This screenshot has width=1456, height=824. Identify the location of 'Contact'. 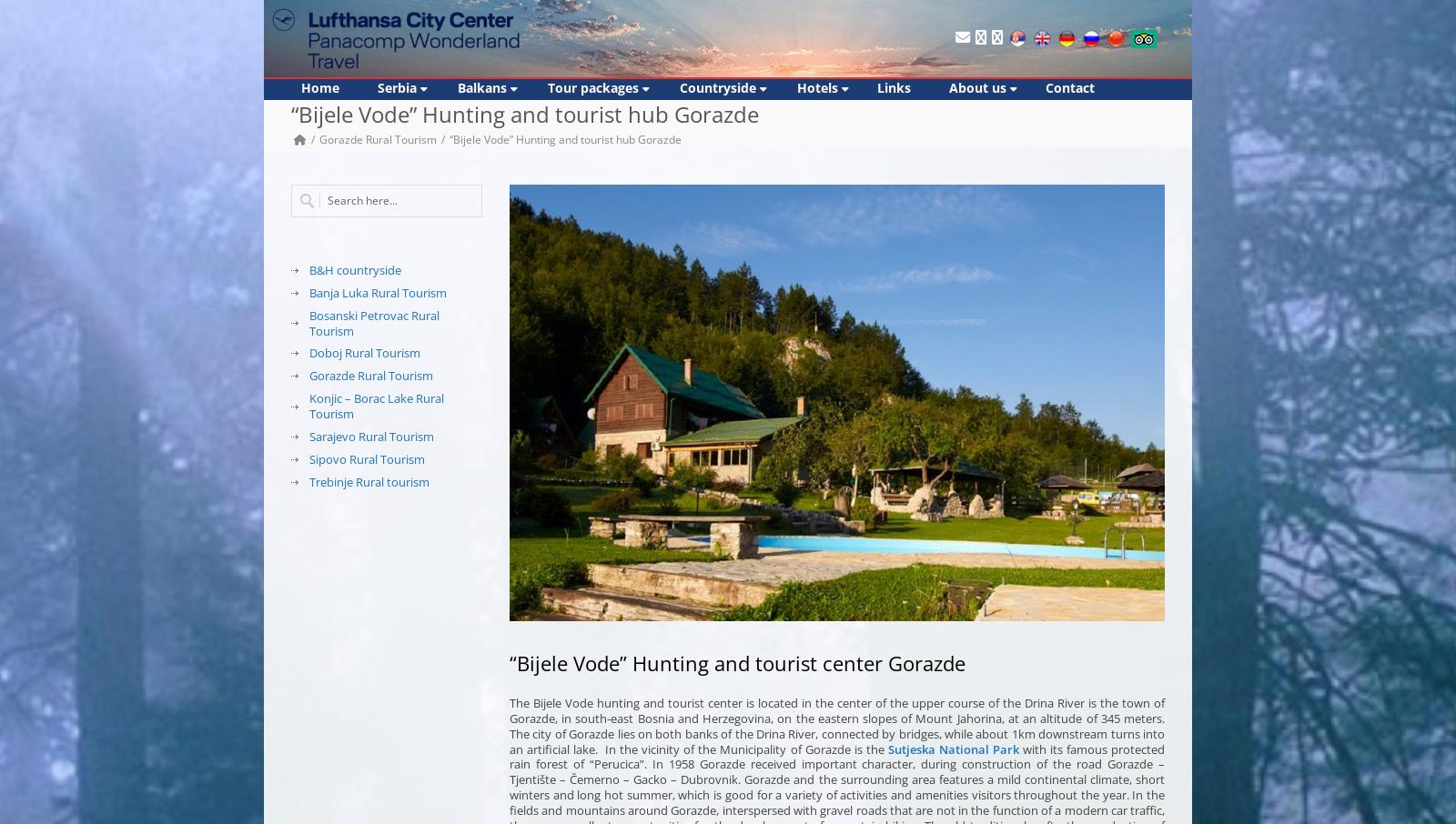
(1070, 86).